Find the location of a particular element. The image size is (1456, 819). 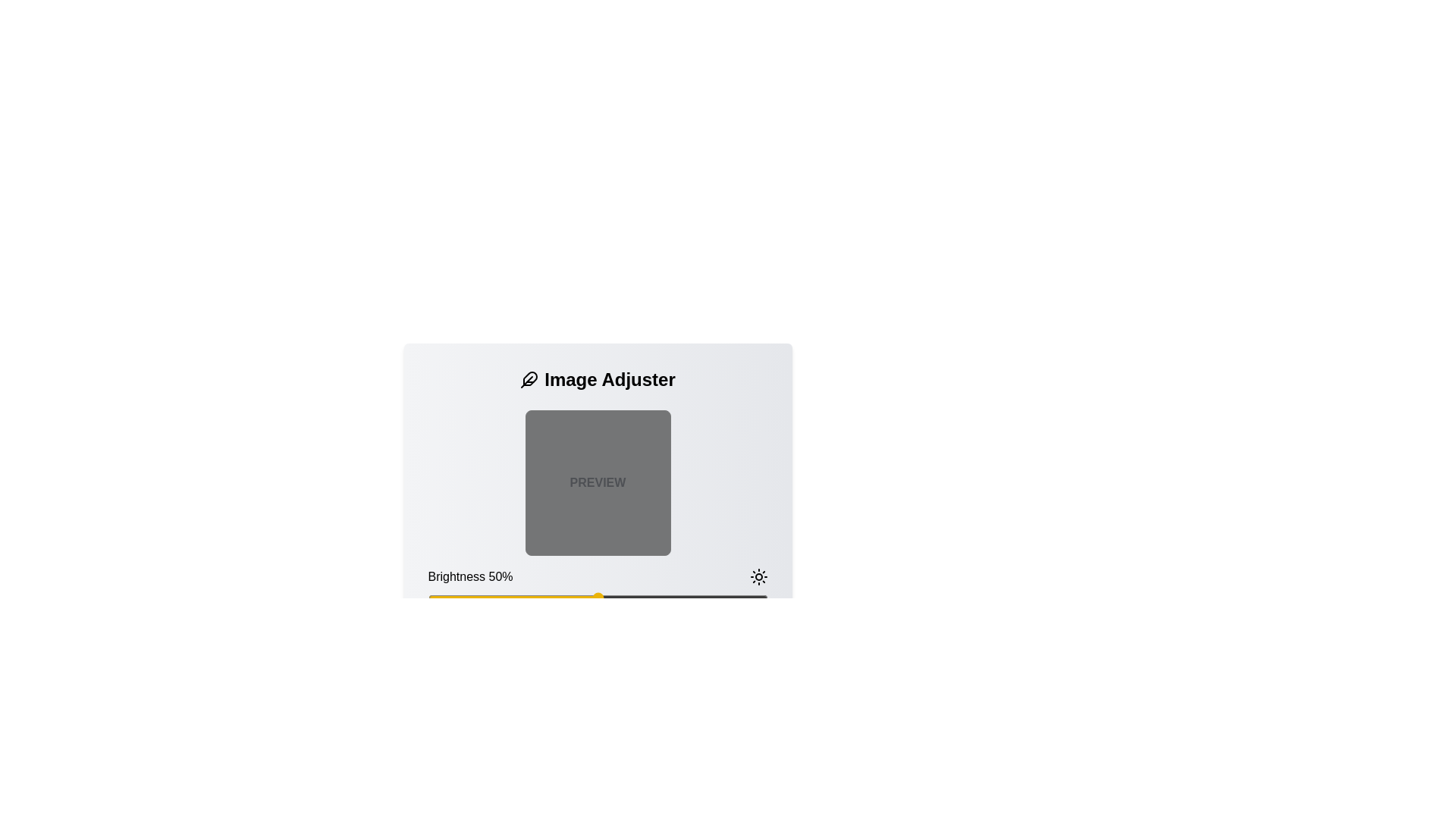

the brightness slider is located at coordinates (566, 657).